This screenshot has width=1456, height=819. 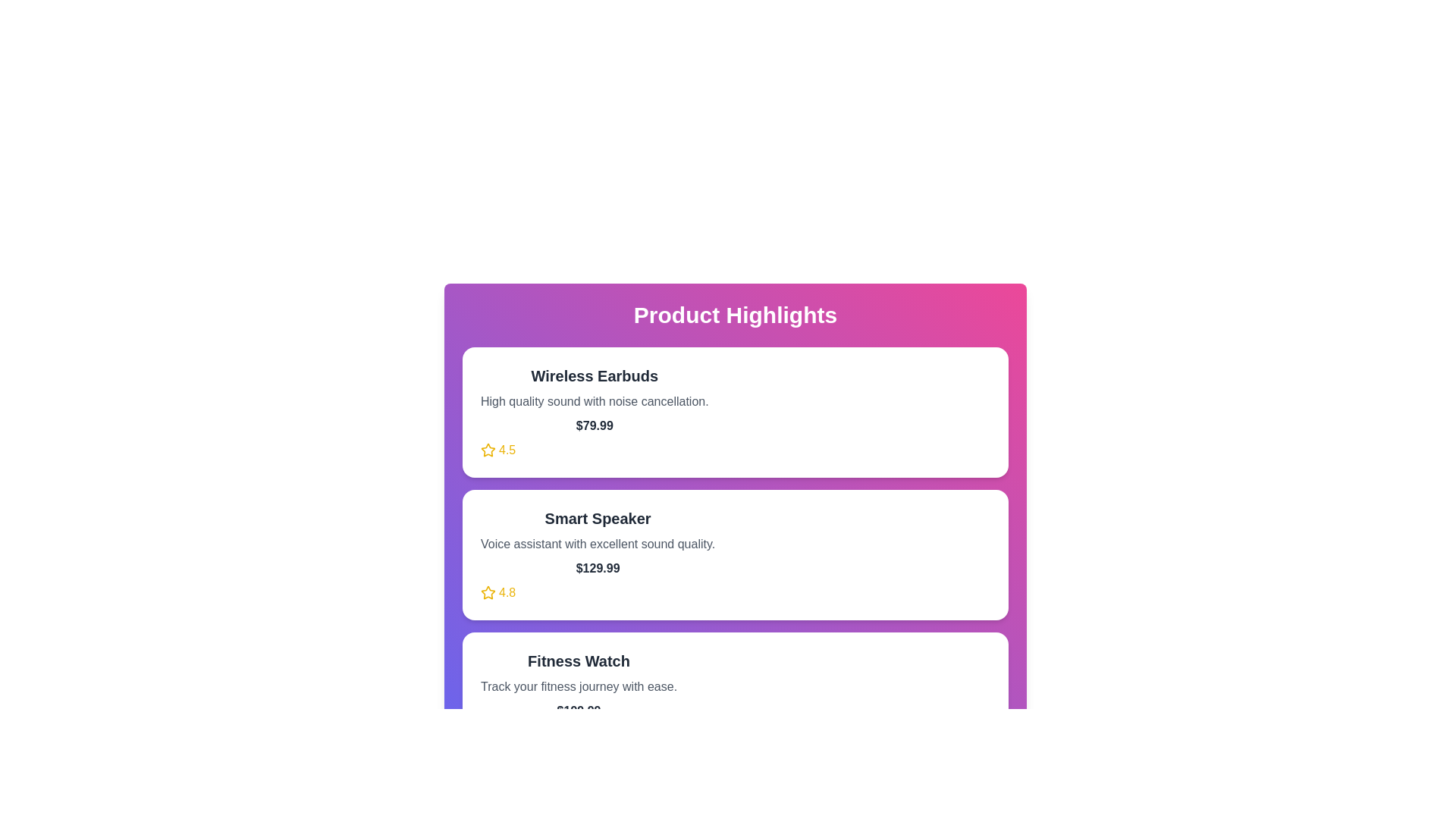 What do you see at coordinates (593, 400) in the screenshot?
I see `the product description for 'Wireless Earbuds'` at bounding box center [593, 400].